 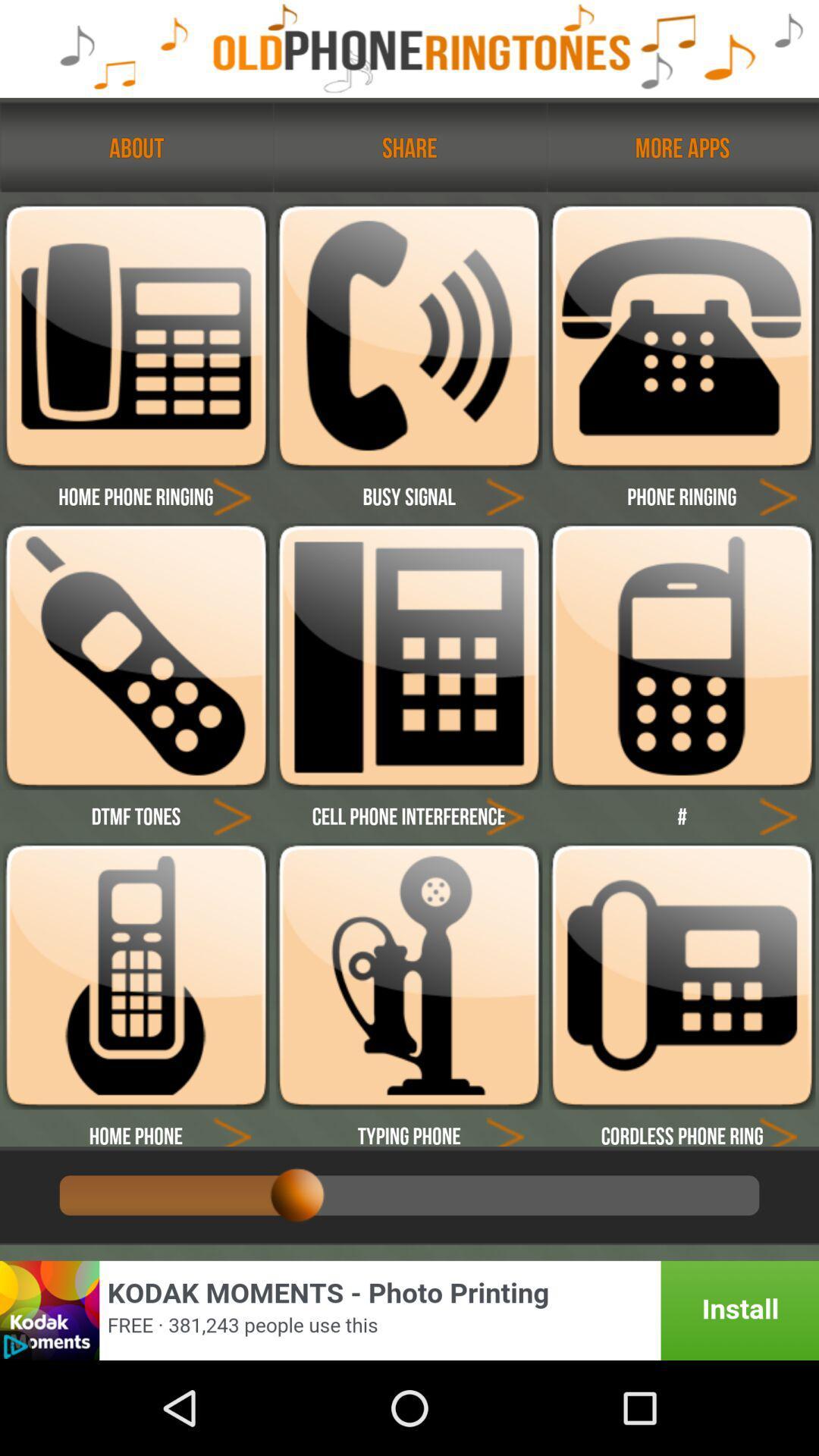 What do you see at coordinates (505, 1128) in the screenshot?
I see `typing-phone` at bounding box center [505, 1128].